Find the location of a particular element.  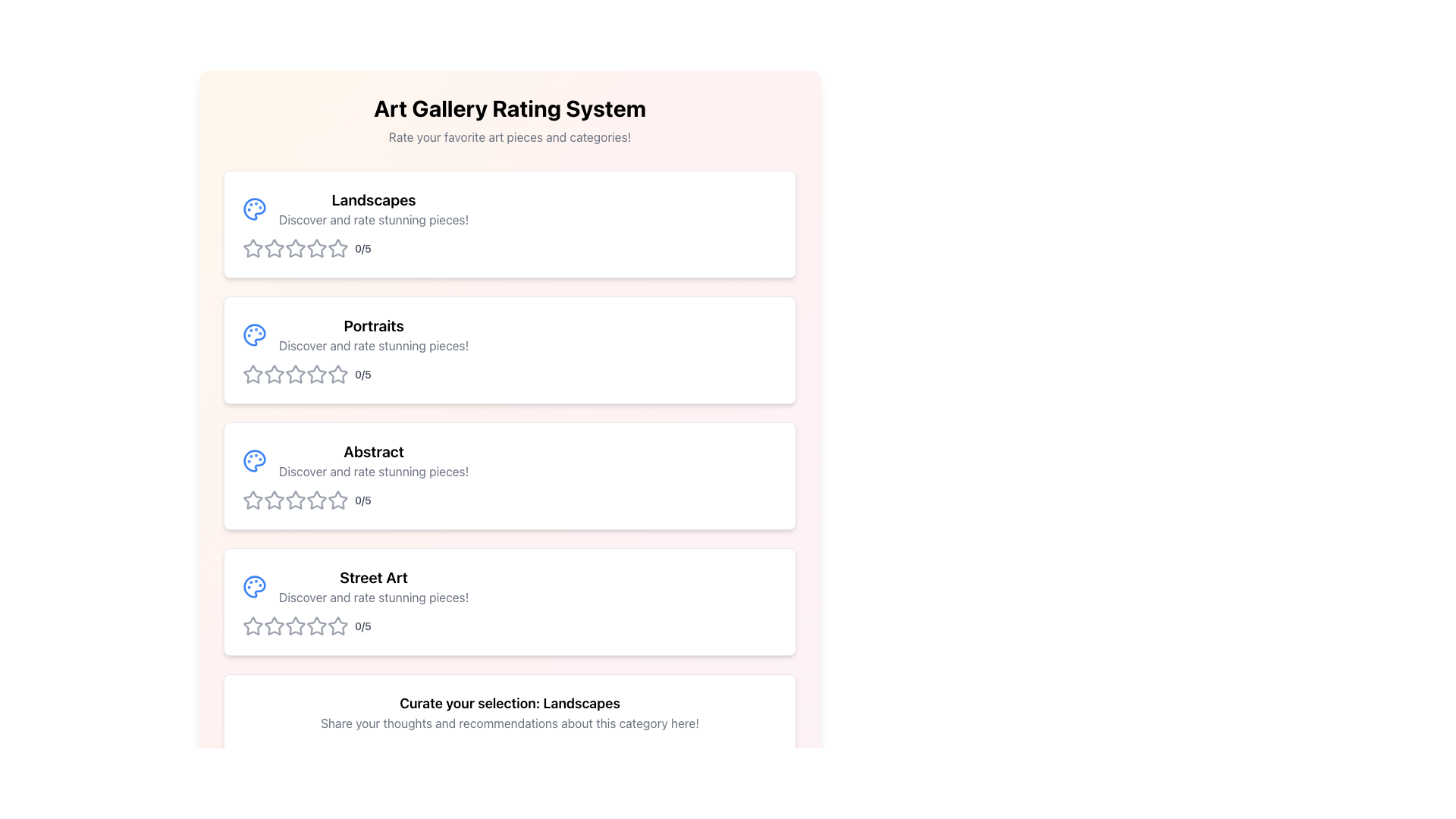

the second star icon from the left in the rating system located in the bottom-most card labeled 'Street Art' is located at coordinates (295, 626).